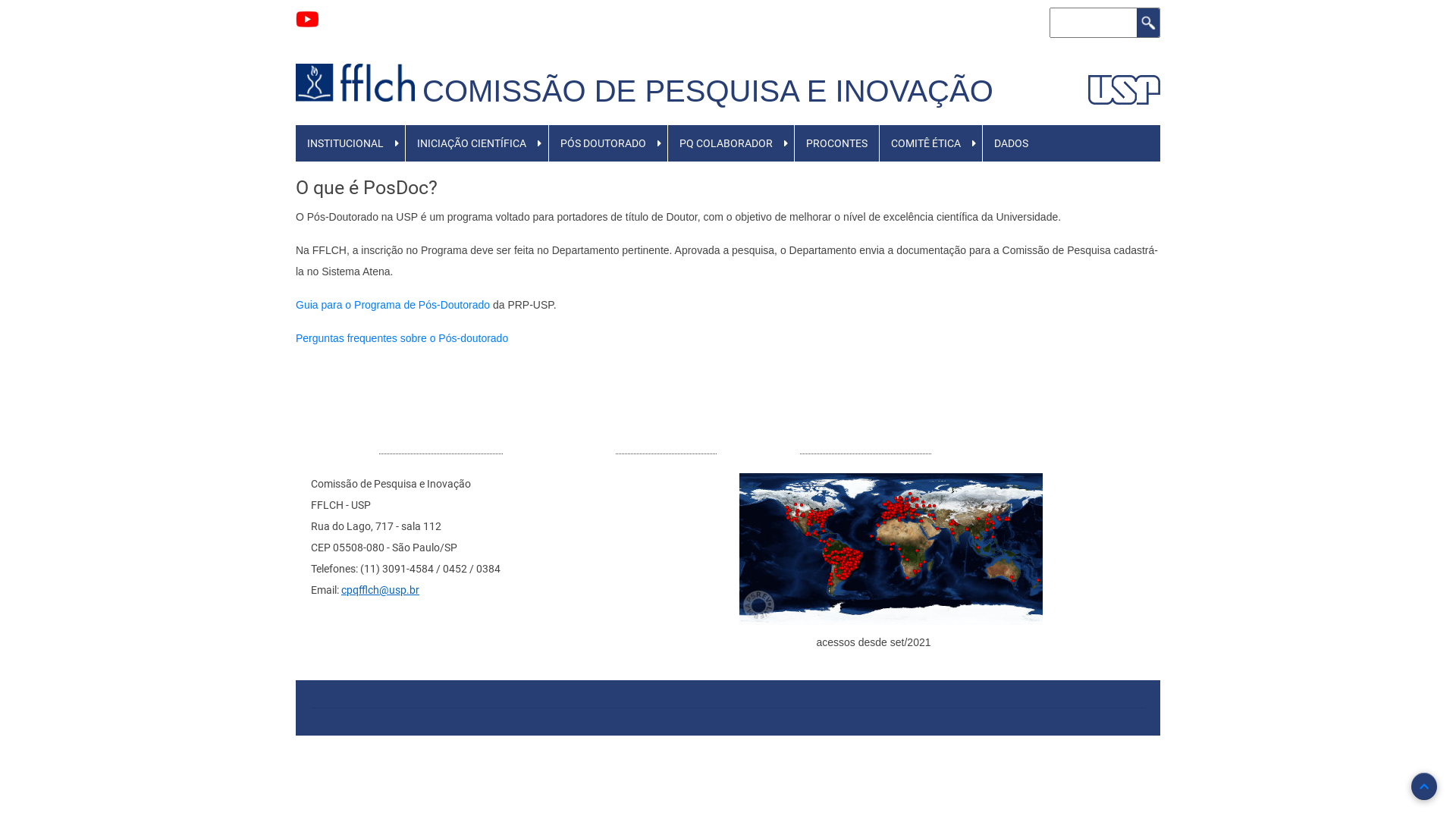 This screenshot has width=1456, height=819. I want to click on 'DADOS', so click(1011, 143).